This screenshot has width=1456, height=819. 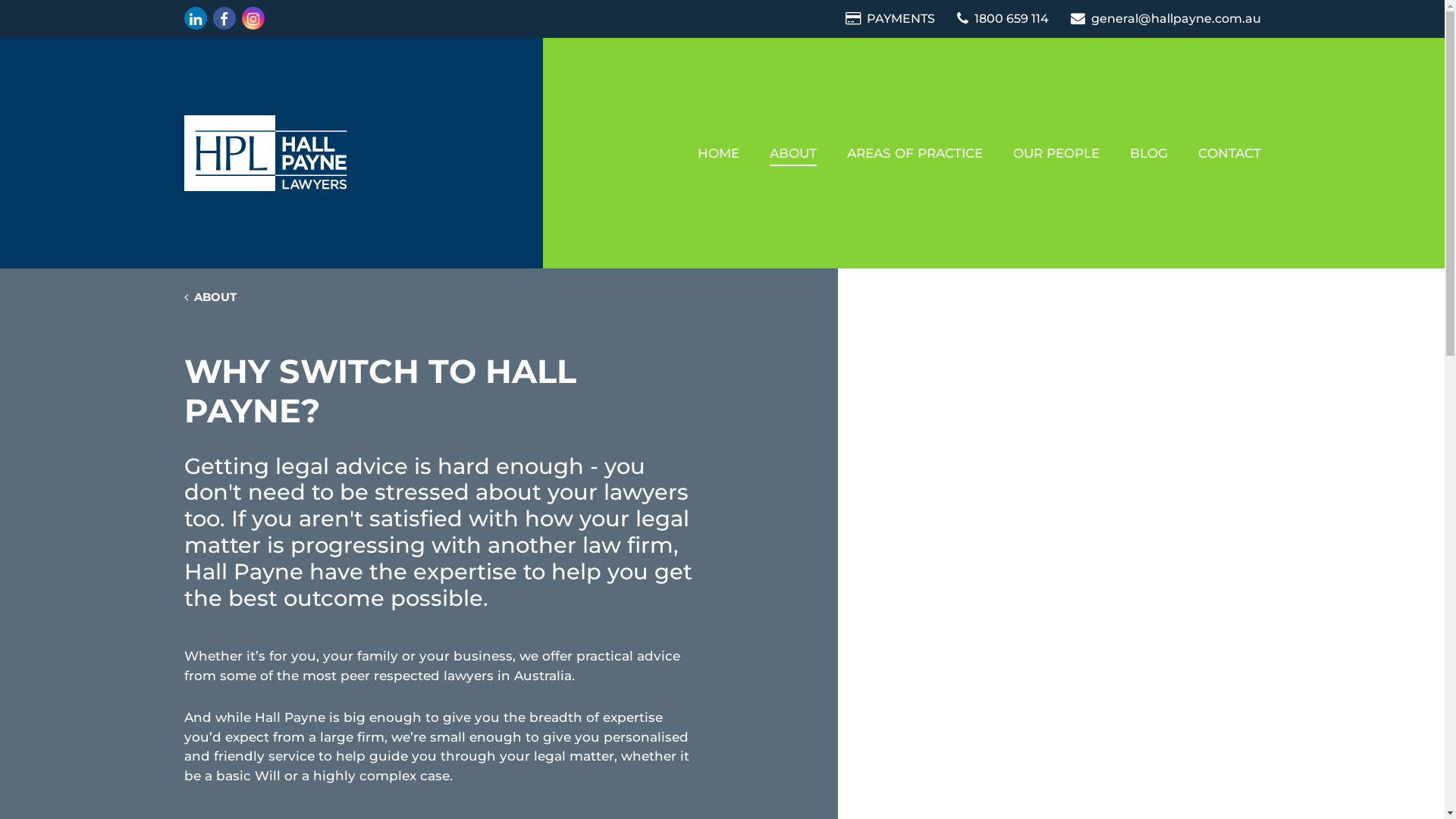 What do you see at coordinates (753, 152) in the screenshot?
I see `'ABOUT'` at bounding box center [753, 152].